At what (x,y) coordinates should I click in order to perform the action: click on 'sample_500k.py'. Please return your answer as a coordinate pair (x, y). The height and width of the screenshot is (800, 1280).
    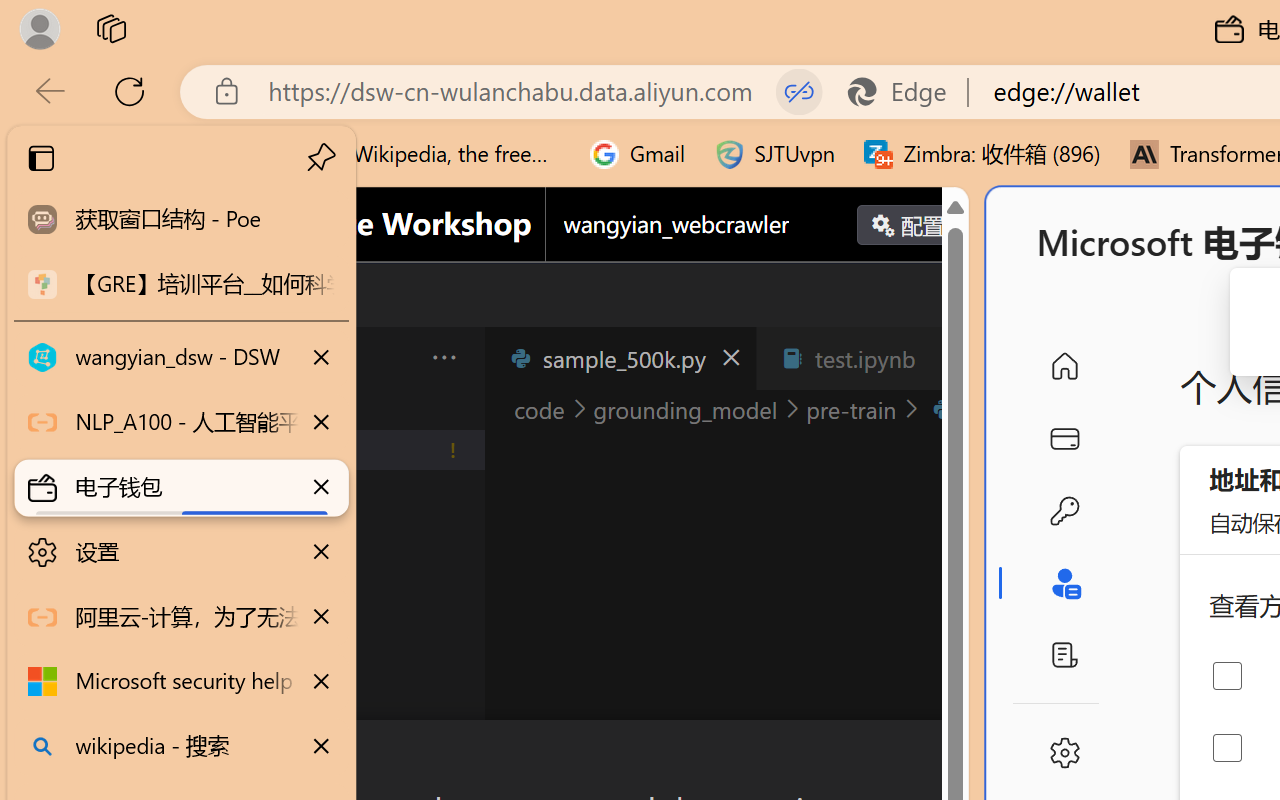
    Looking at the image, I should click on (619, 358).